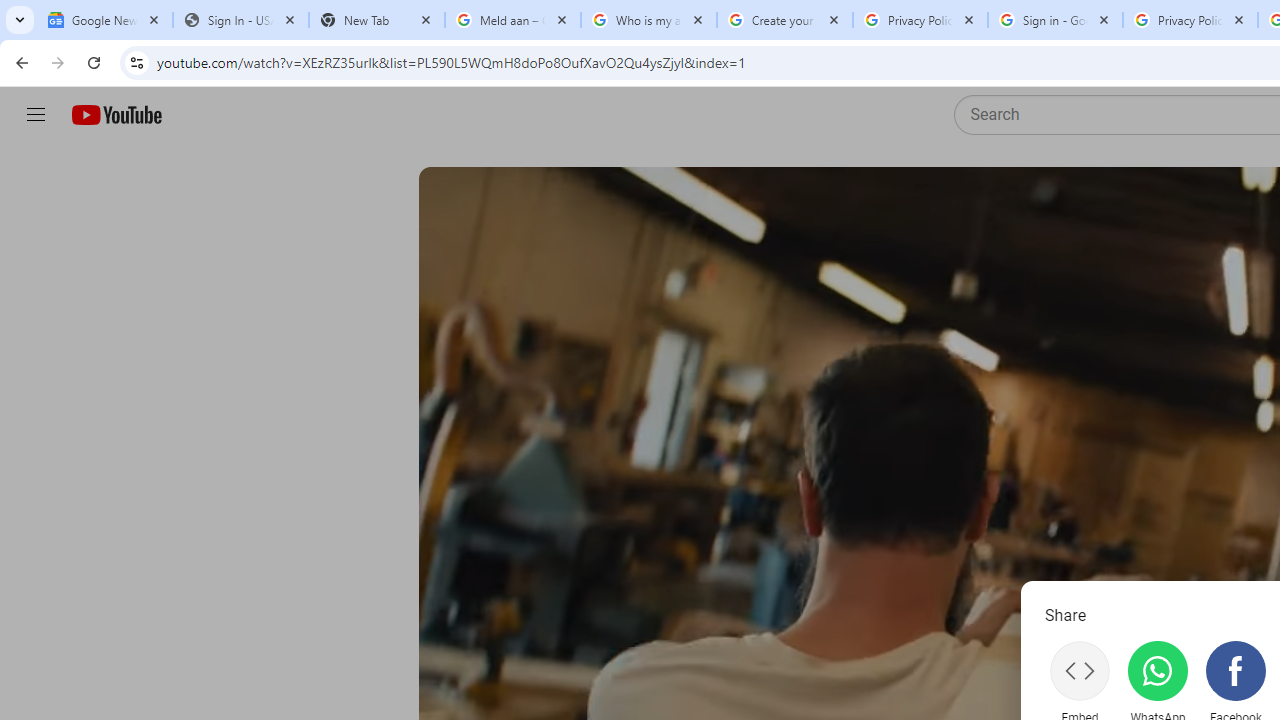 The height and width of the screenshot is (720, 1280). Describe the element at coordinates (35, 115) in the screenshot. I see `'Guide'` at that location.